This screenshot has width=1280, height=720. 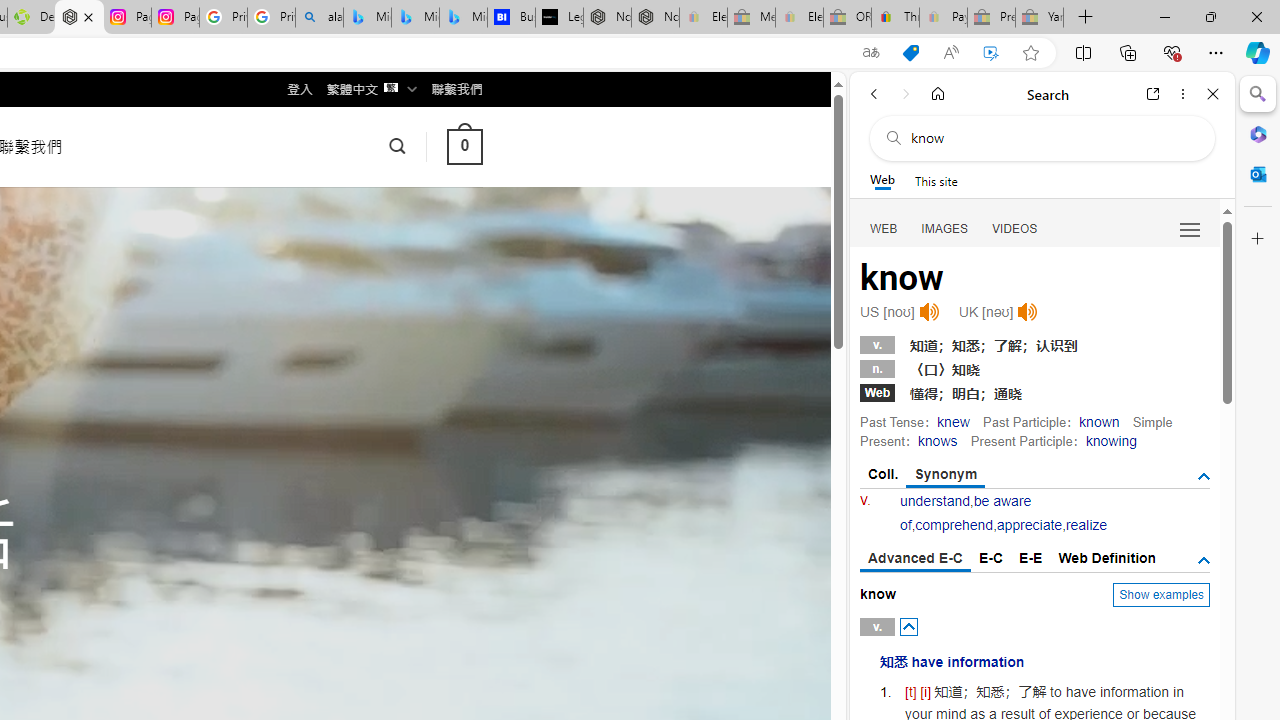 I want to click on 'realize', so click(x=1085, y=524).